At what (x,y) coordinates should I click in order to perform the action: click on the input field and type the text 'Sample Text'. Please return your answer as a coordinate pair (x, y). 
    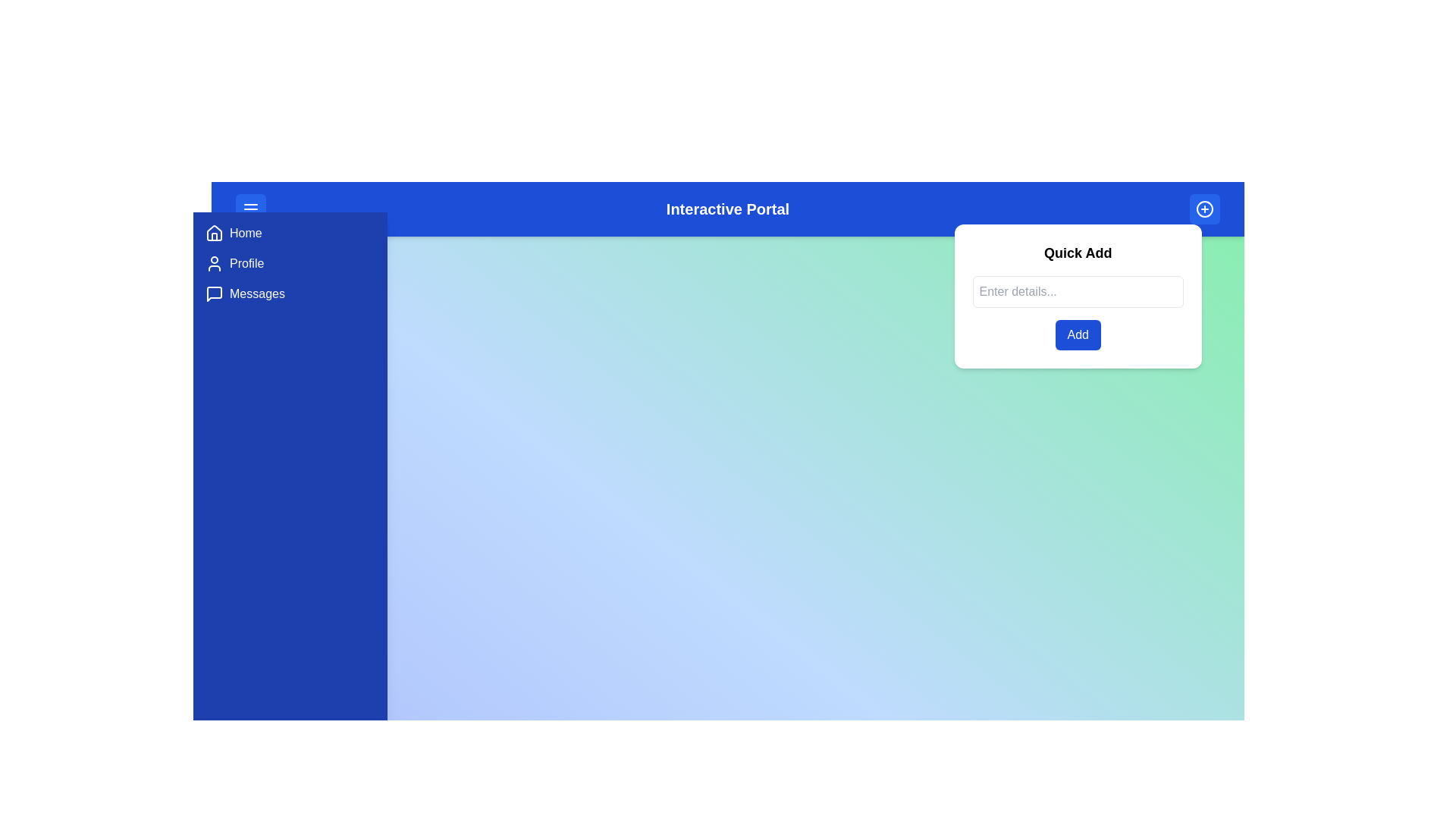
    Looking at the image, I should click on (1077, 292).